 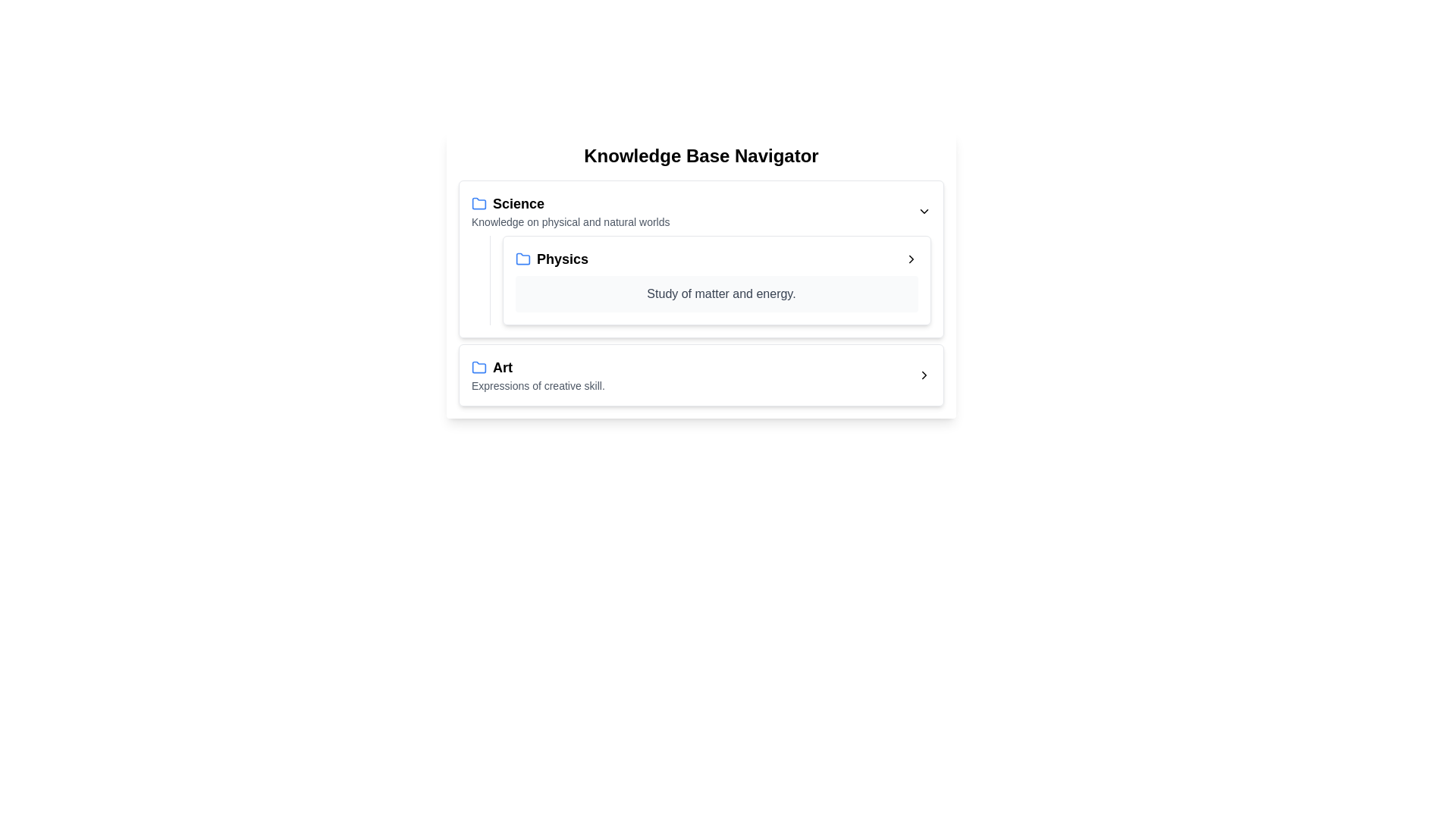 I want to click on the Chevron navigation icon located at the right edge of the selected row in the 'Science' section, so click(x=910, y=259).